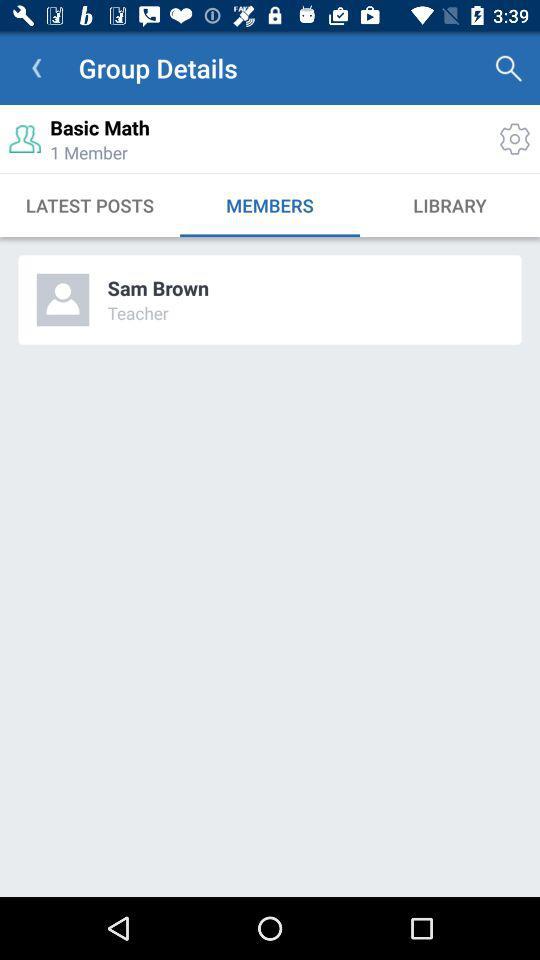  I want to click on the settings icon, so click(514, 138).